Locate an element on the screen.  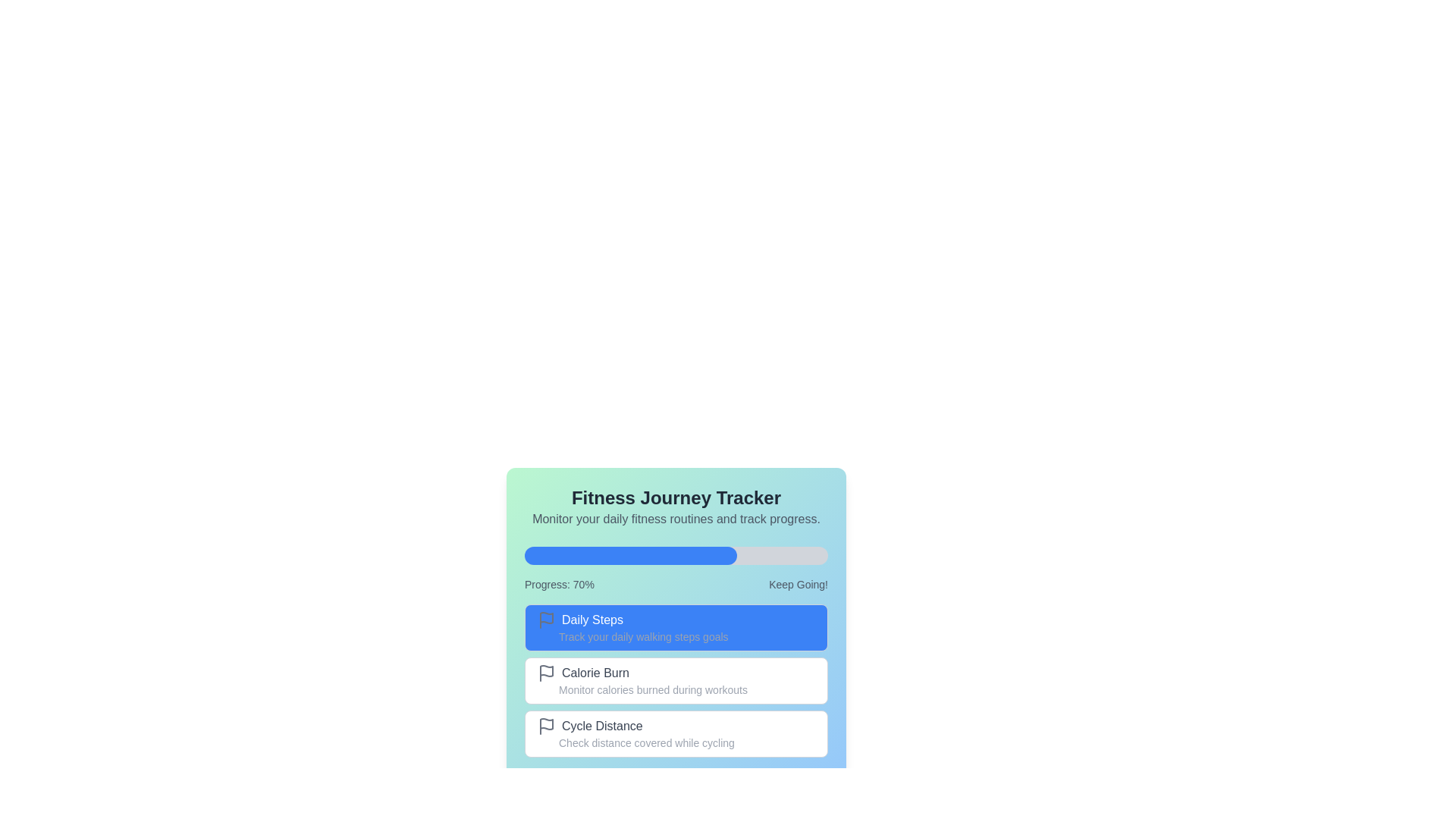
the gray flag icon located to the left of the 'Daily Steps' text is located at coordinates (546, 620).